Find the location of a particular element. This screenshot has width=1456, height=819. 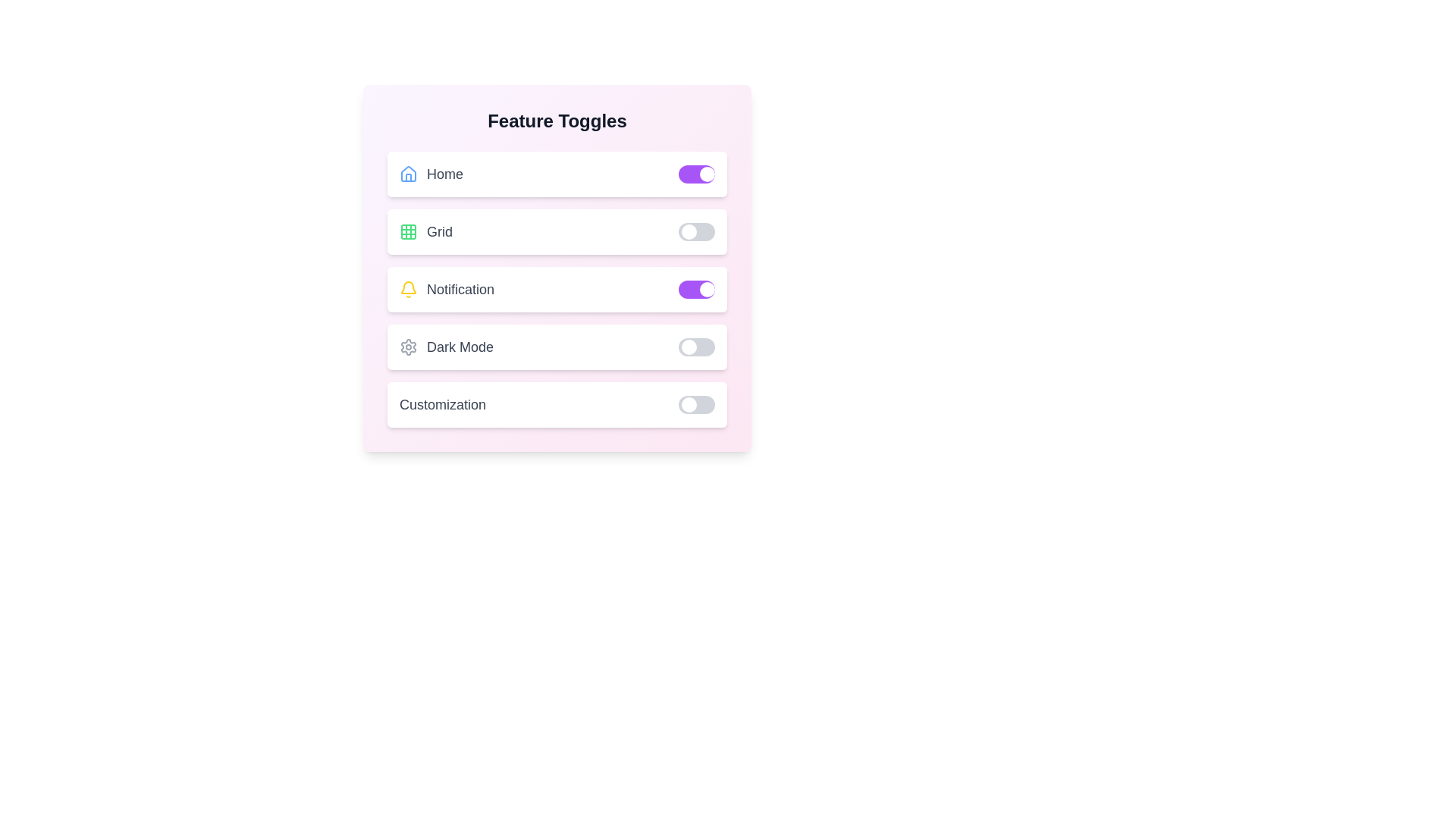

the house icon located in the 'Feature Toggles' menu, which is the first icon in the row and positioned to the left of the 'Home' label is located at coordinates (408, 174).